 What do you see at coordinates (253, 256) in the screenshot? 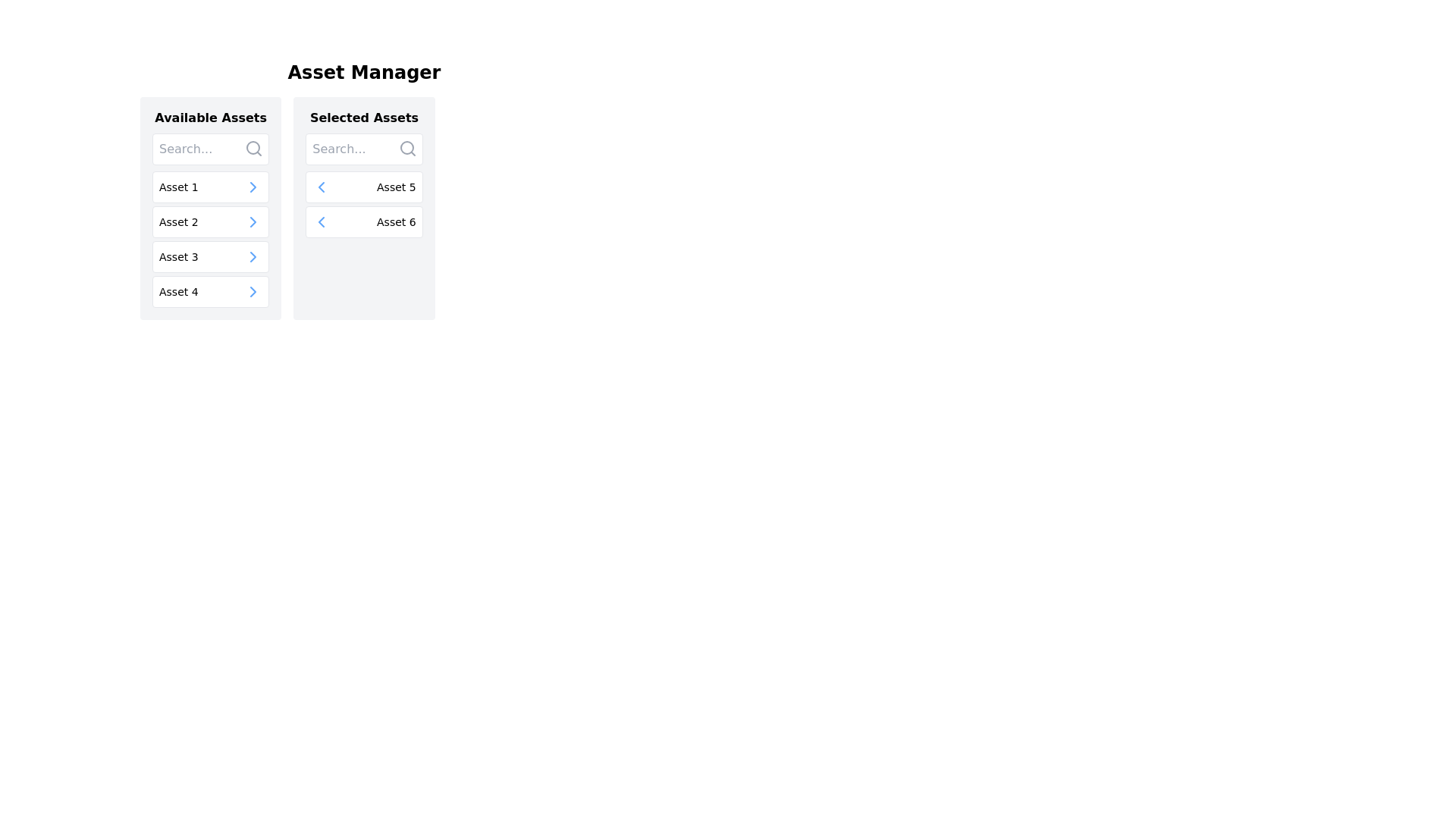
I see `the right-facing chevron icon button located at the far-right of the 'Asset 3' row in the 'Available Assets' list` at bounding box center [253, 256].